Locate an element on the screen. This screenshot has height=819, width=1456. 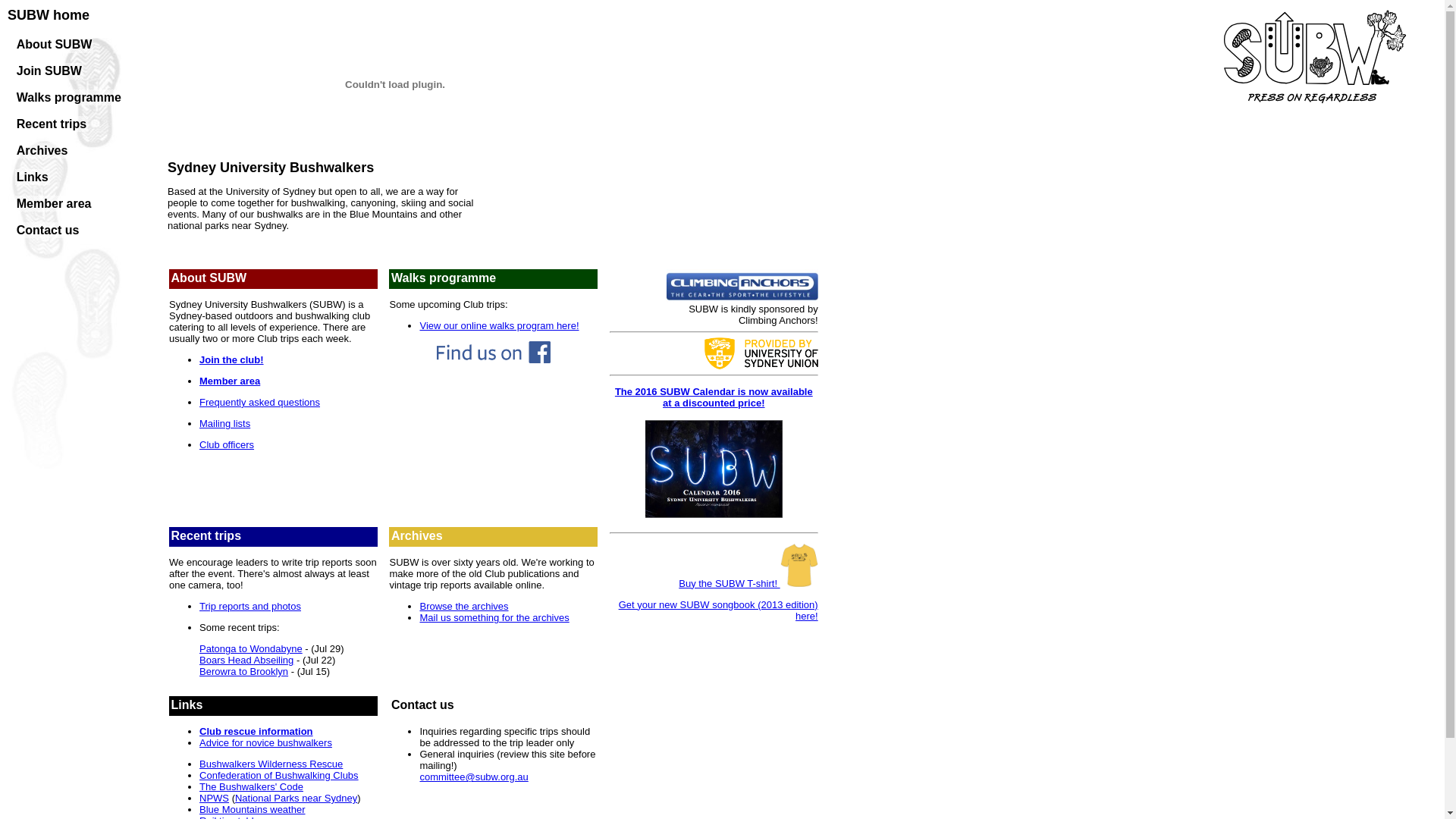
'Walks programme' is located at coordinates (68, 97).